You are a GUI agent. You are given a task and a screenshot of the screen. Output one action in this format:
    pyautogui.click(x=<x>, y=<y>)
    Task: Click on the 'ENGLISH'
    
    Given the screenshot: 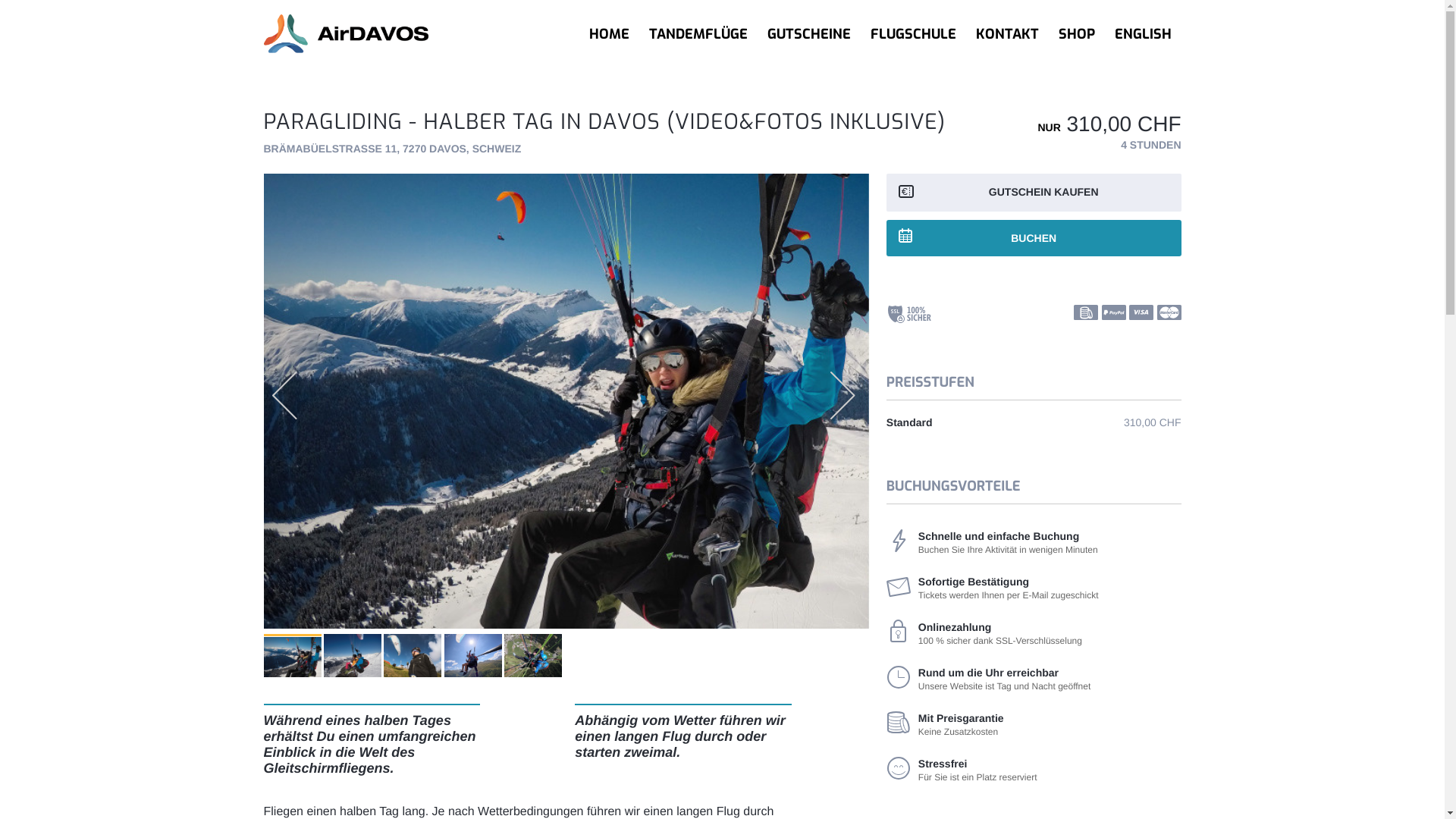 What is the action you would take?
    pyautogui.click(x=1103, y=34)
    